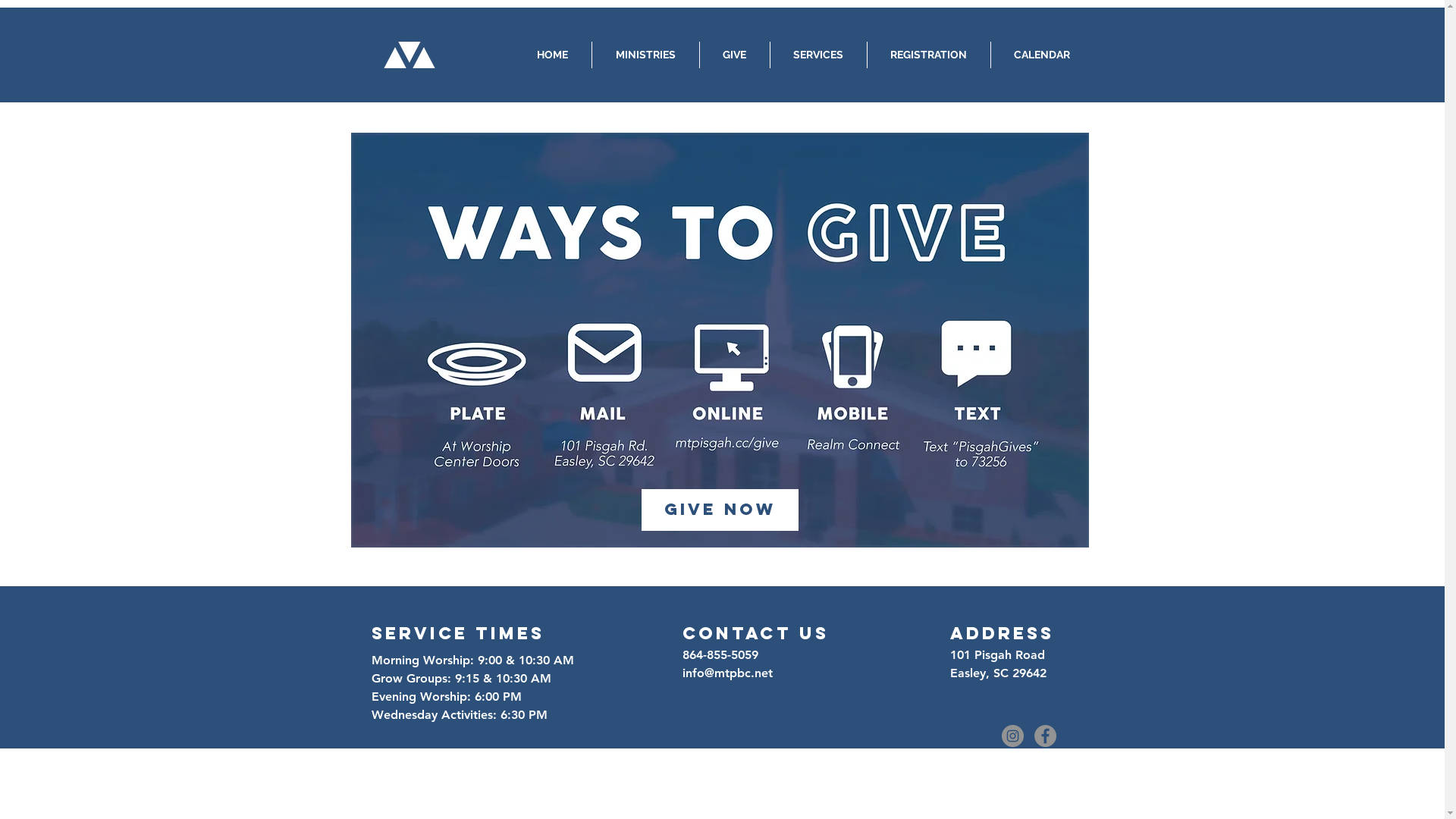 This screenshot has height=819, width=1456. Describe the element at coordinates (719, 510) in the screenshot. I see `'Give Now'` at that location.